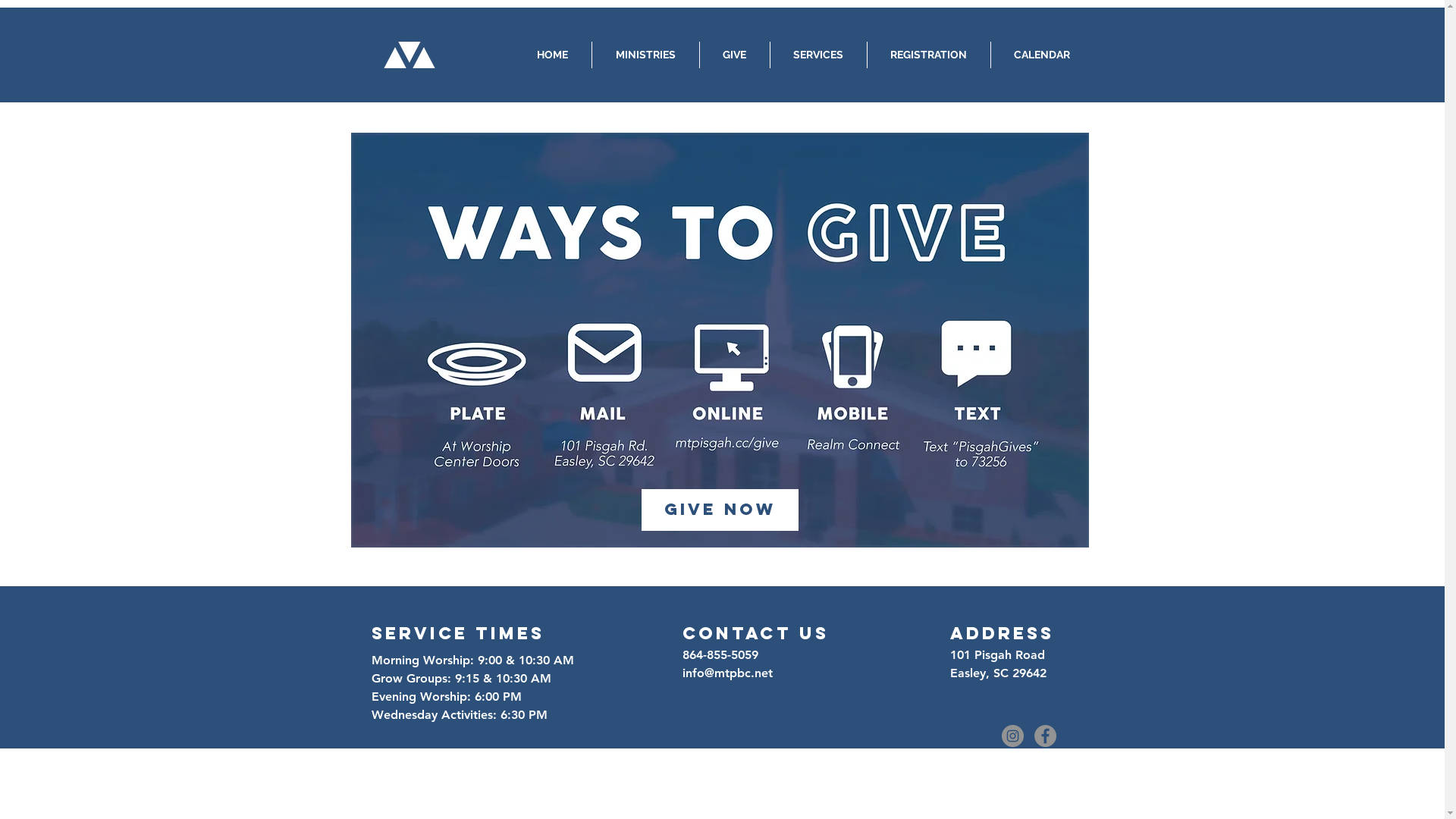 This screenshot has height=819, width=1456. Describe the element at coordinates (719, 510) in the screenshot. I see `'Give Now'` at that location.